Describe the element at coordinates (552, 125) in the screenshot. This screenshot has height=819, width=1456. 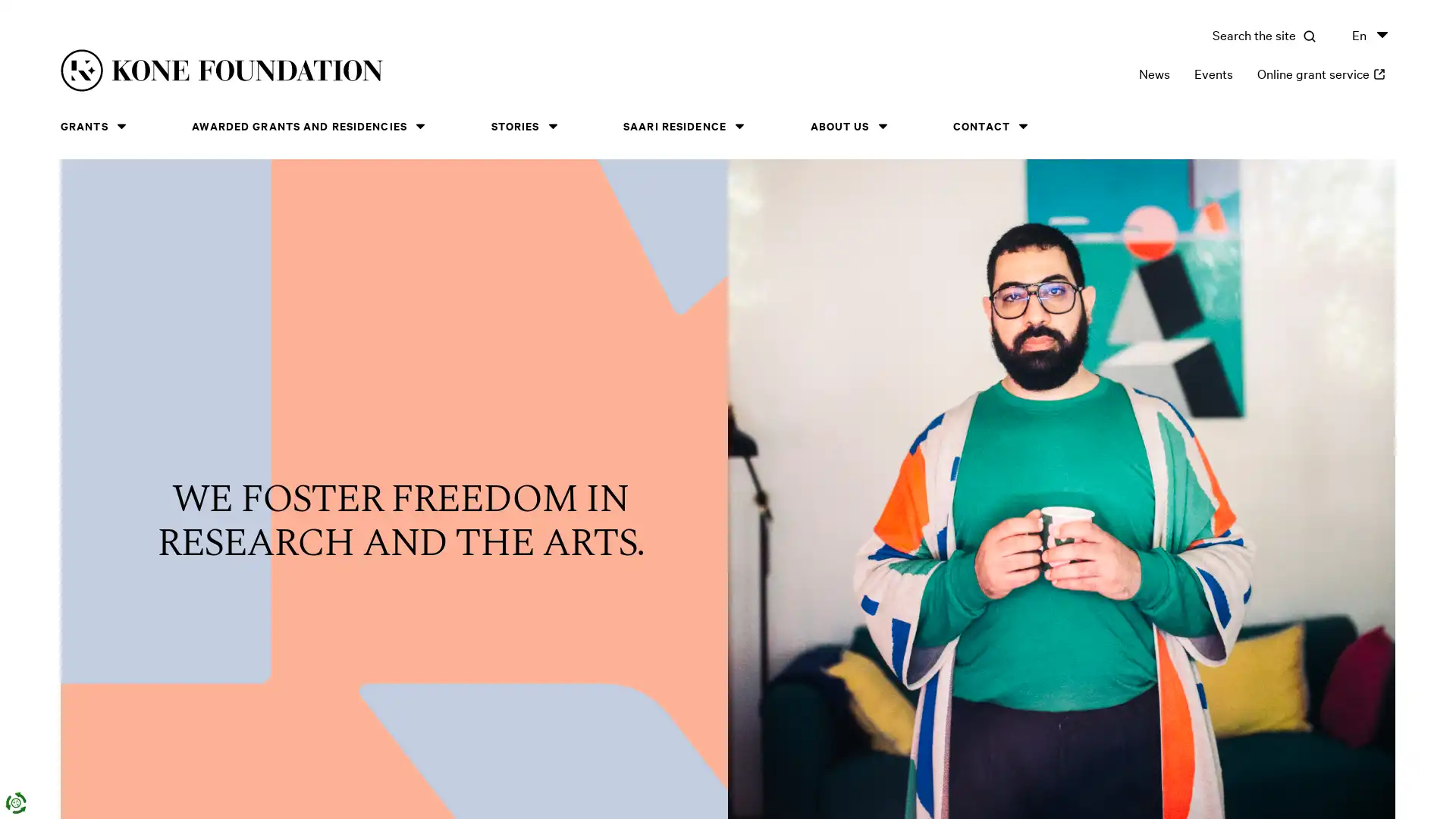
I see `Stories osion alavalikko` at that location.